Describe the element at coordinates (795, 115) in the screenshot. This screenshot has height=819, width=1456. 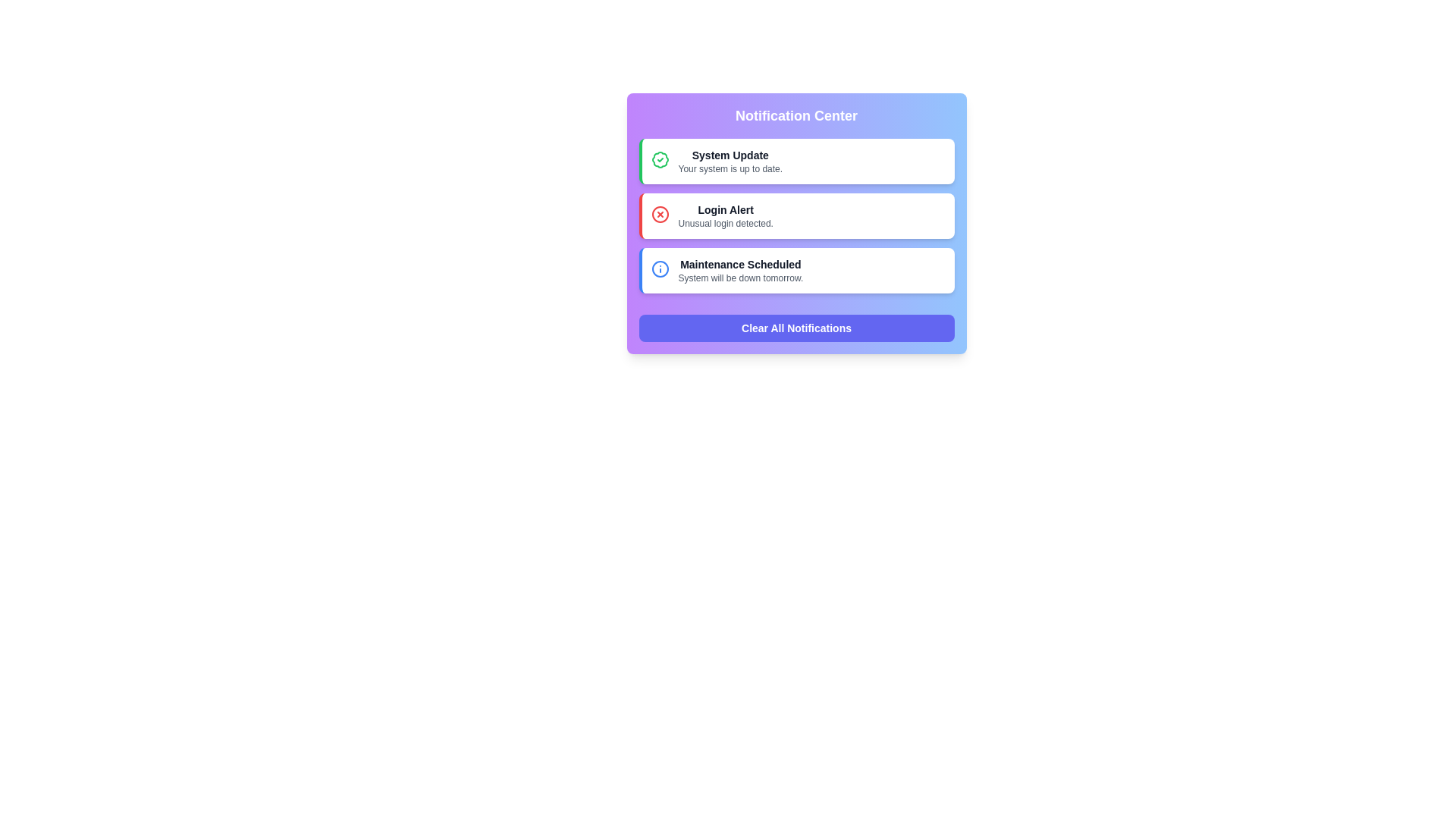
I see `the centrally aligned text-based heading at the top of the notification card, which serves as the title for the section` at that location.